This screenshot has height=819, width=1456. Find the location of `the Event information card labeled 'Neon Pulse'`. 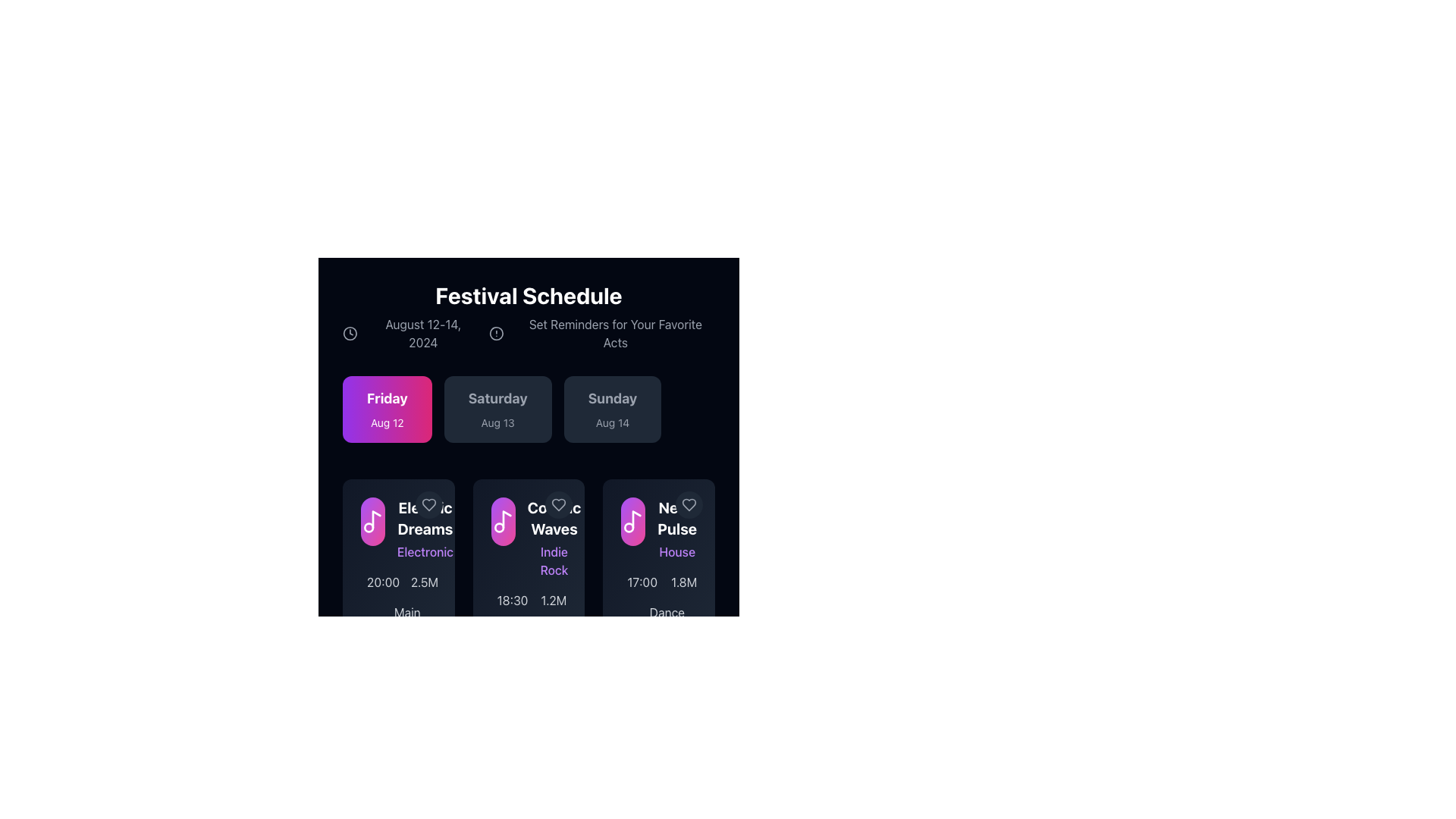

the Event information card labeled 'Neon Pulse' is located at coordinates (659, 583).